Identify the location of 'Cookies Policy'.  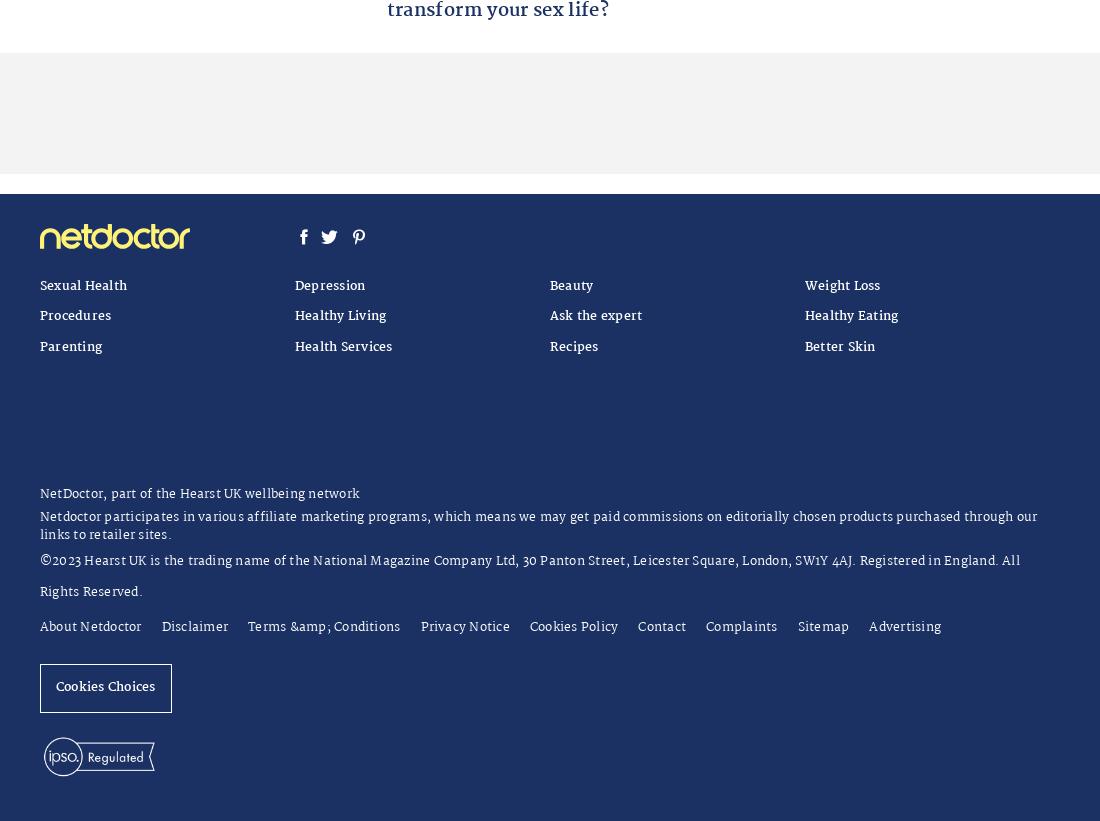
(572, 627).